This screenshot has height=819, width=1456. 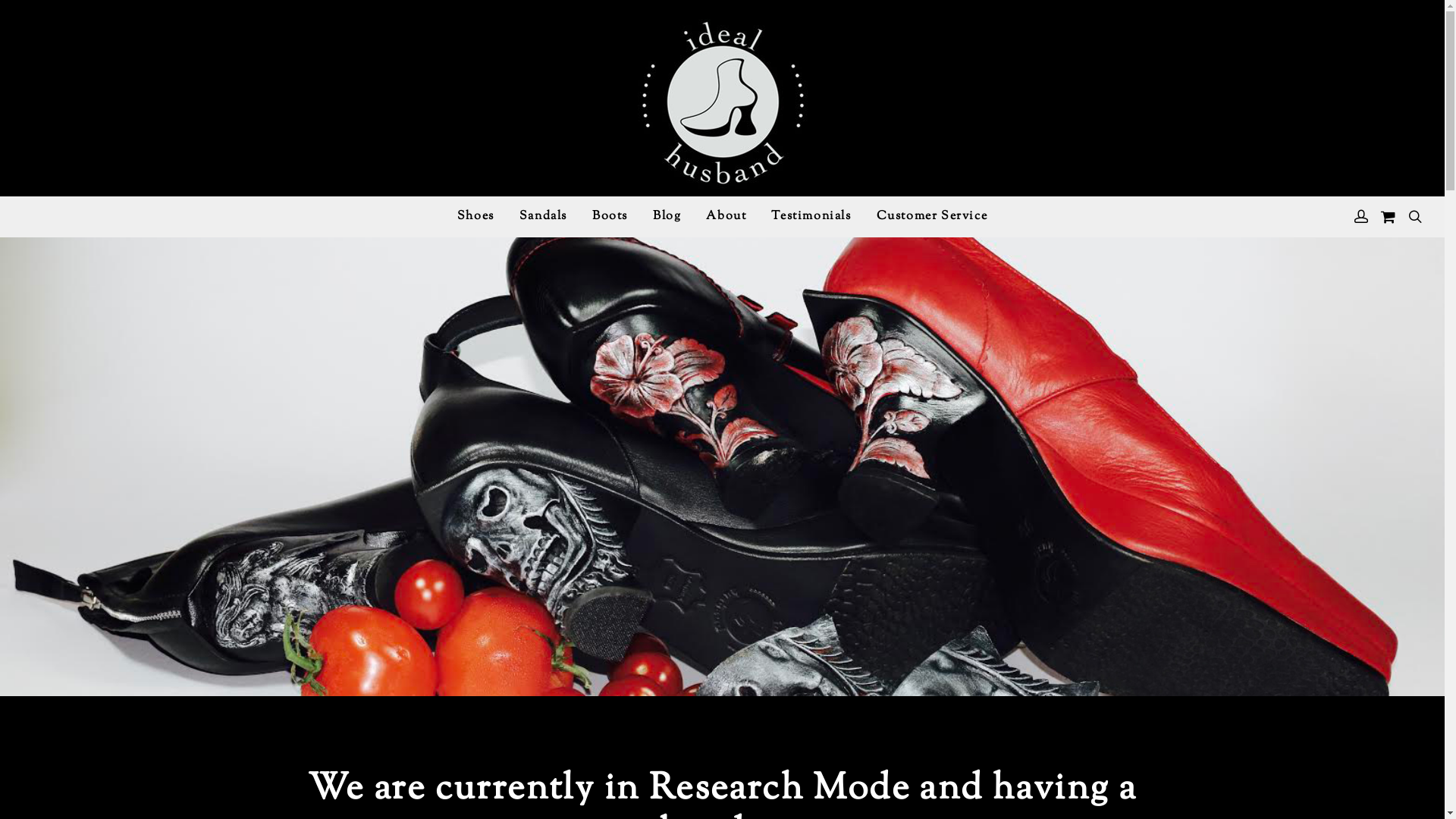 What do you see at coordinates (519, 216) in the screenshot?
I see `'Sandals'` at bounding box center [519, 216].